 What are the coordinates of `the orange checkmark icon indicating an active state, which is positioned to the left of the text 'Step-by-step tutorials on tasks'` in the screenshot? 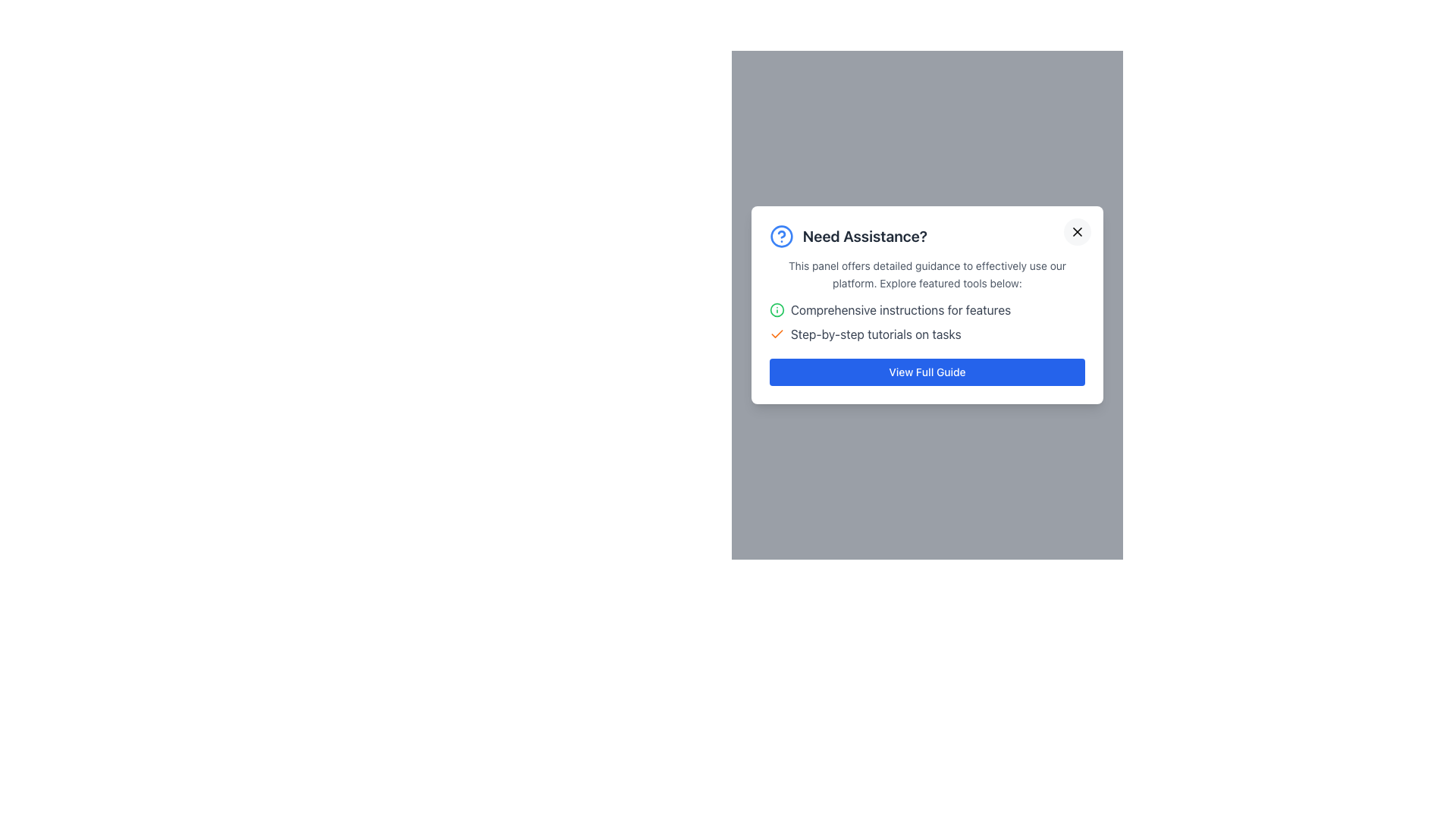 It's located at (777, 334).